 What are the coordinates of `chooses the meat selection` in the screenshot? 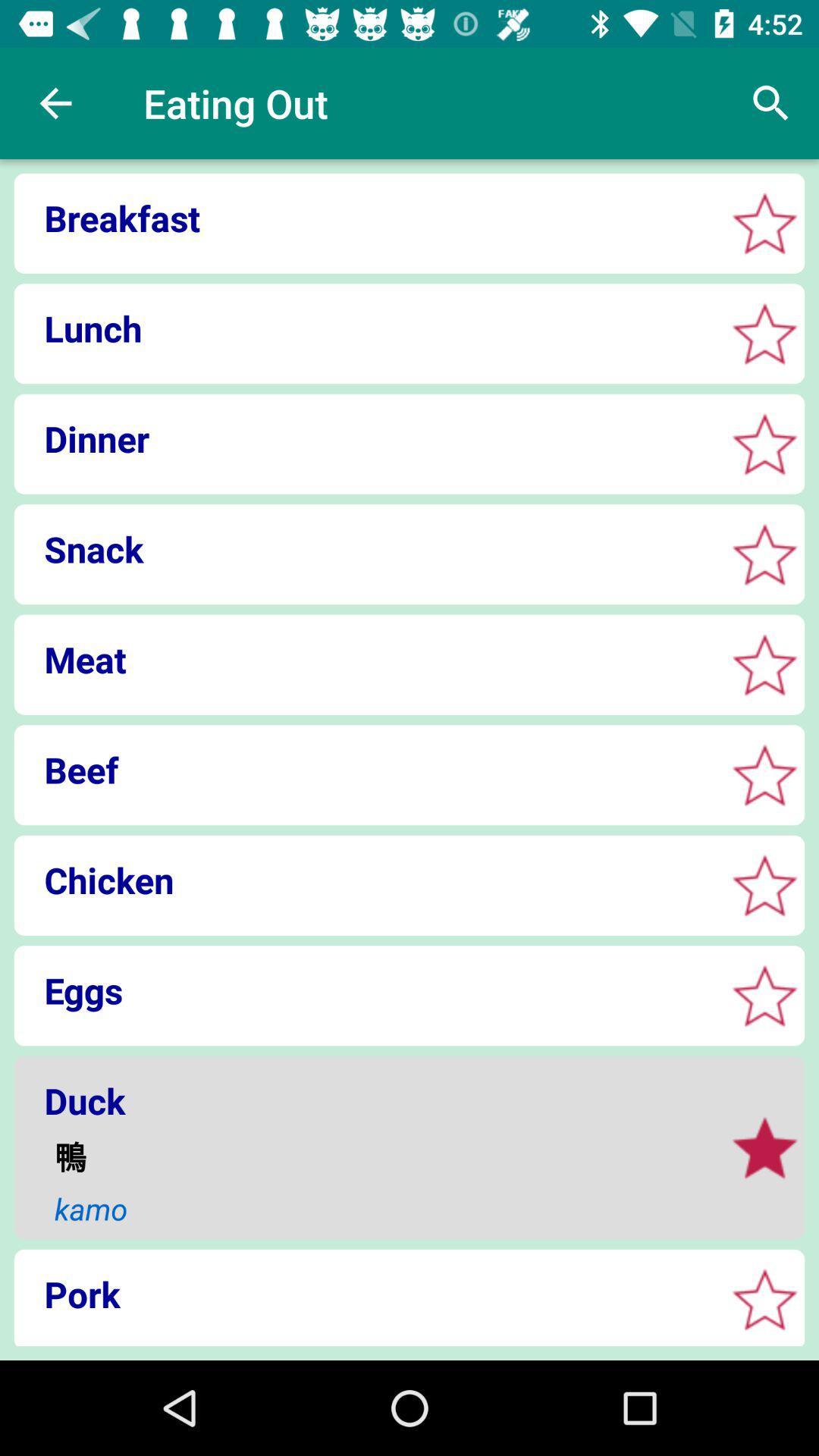 It's located at (764, 664).